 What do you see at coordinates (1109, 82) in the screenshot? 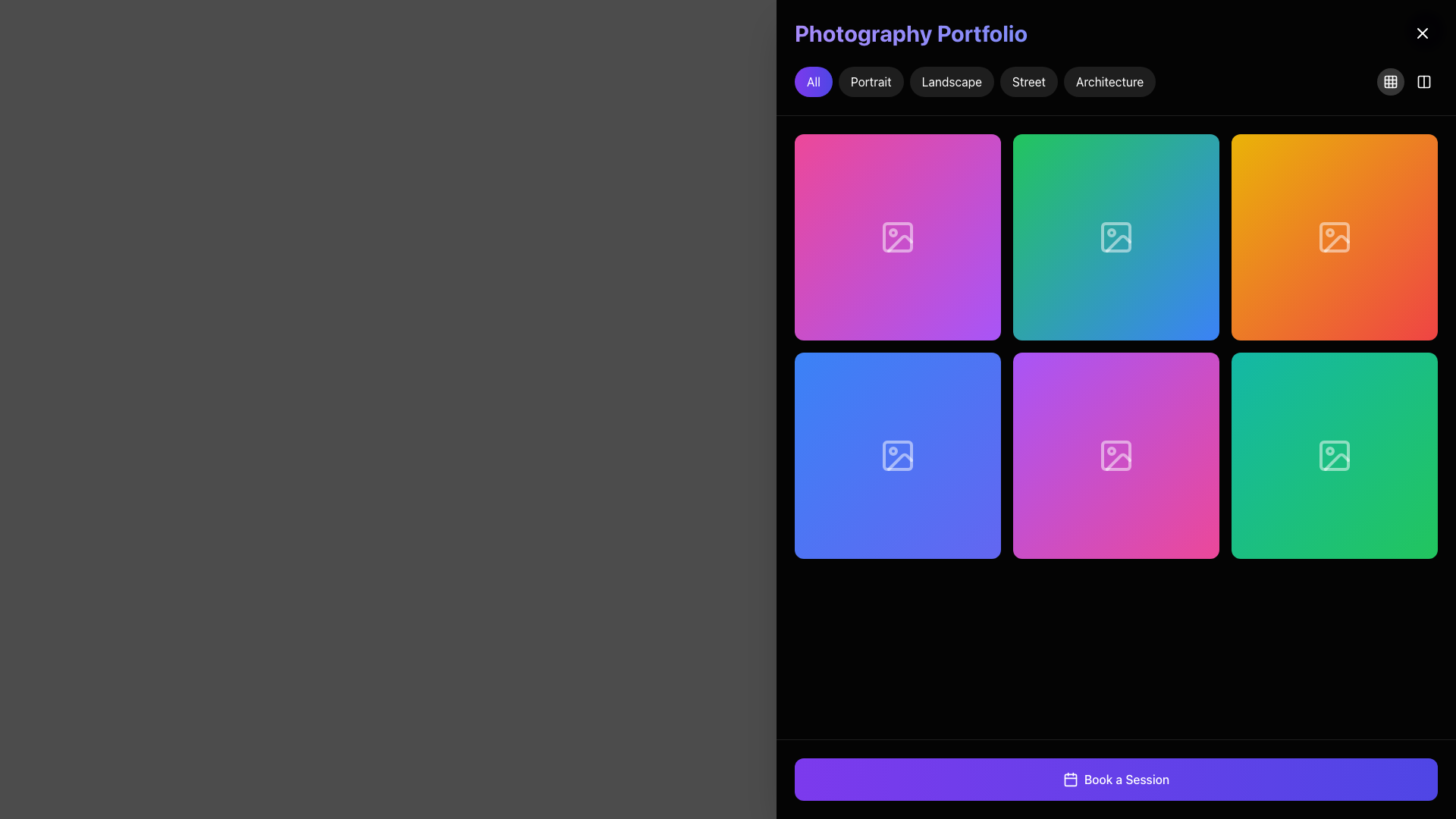
I see `the rightmost button labeled 'Architecture' with white text` at bounding box center [1109, 82].